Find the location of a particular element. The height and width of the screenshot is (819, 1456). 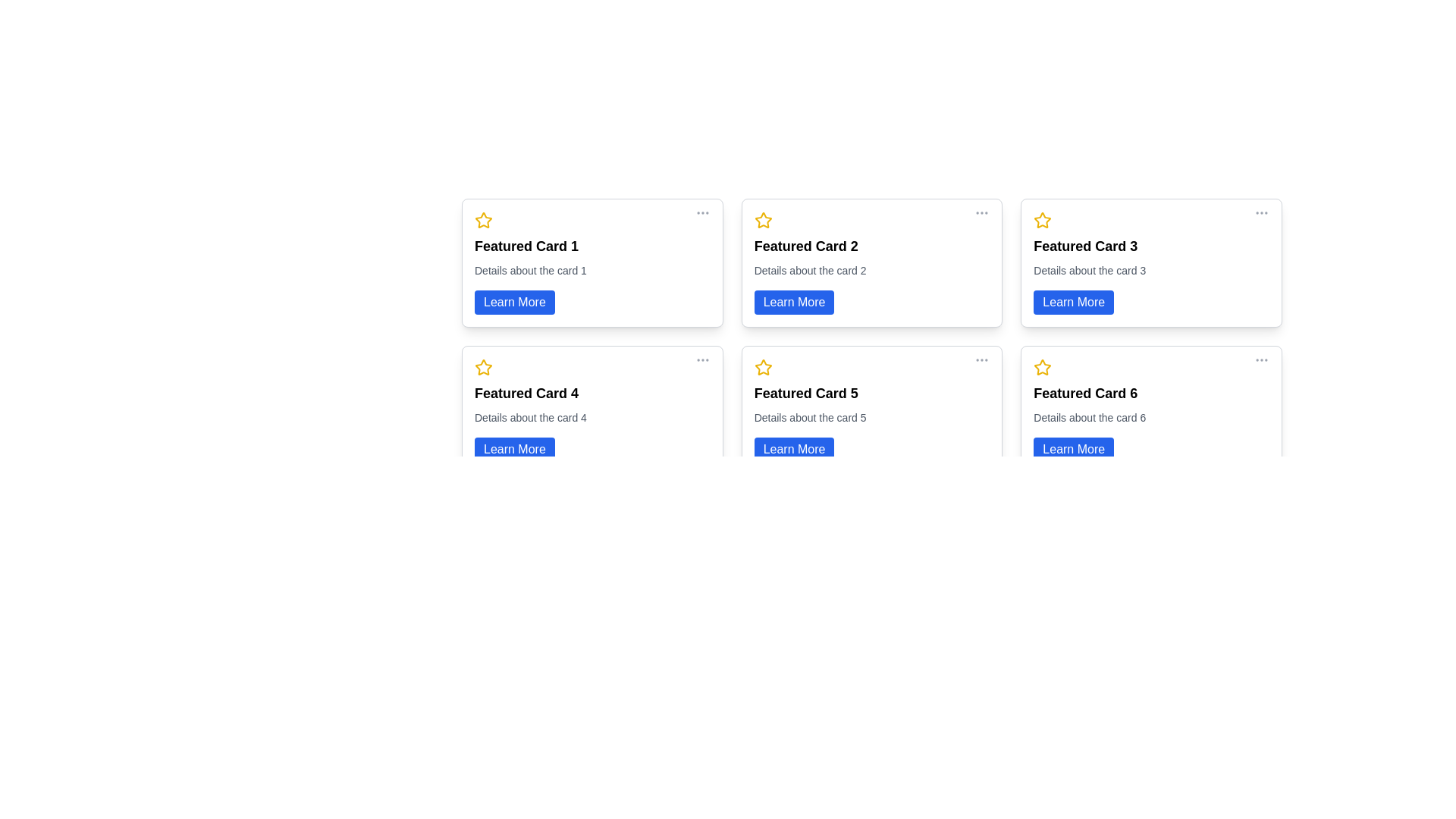

the button located at the bottom-left corner of 'Featured Card 4' to visualize the hover effect is located at coordinates (514, 449).